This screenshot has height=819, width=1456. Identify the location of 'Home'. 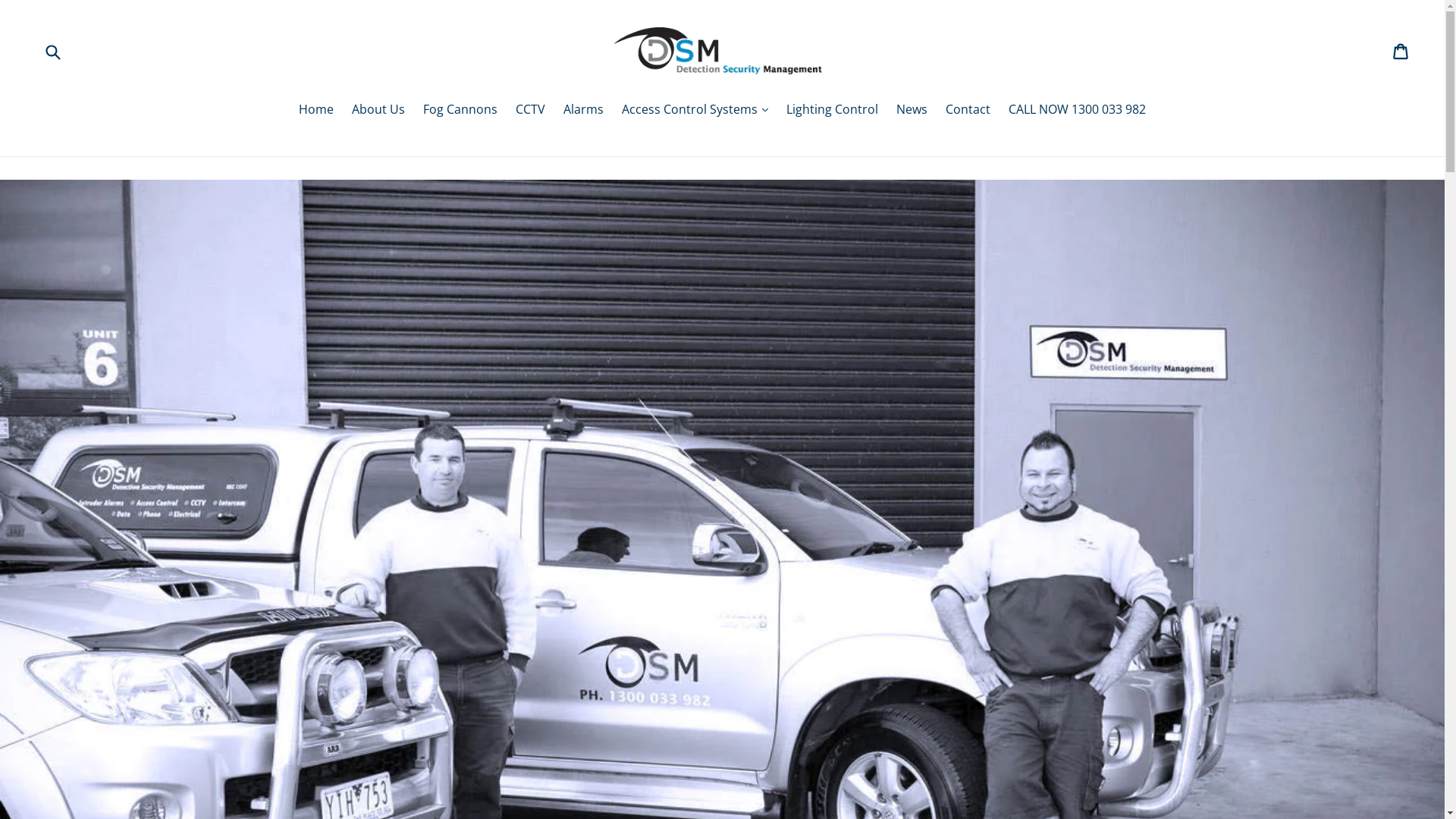
(315, 109).